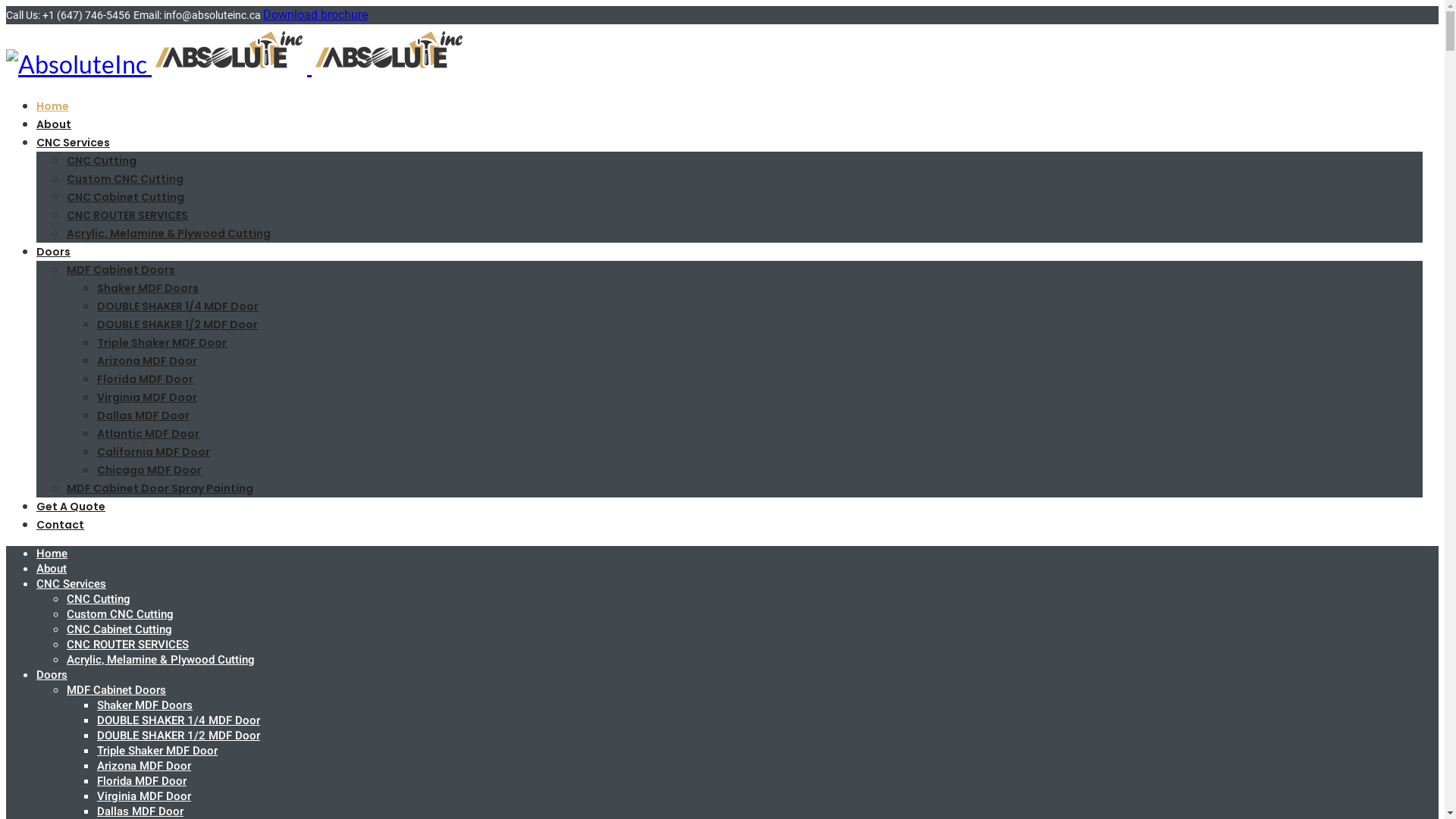 The width and height of the screenshot is (1456, 819). Describe the element at coordinates (125, 196) in the screenshot. I see `'CNC Cabinet Cutting'` at that location.